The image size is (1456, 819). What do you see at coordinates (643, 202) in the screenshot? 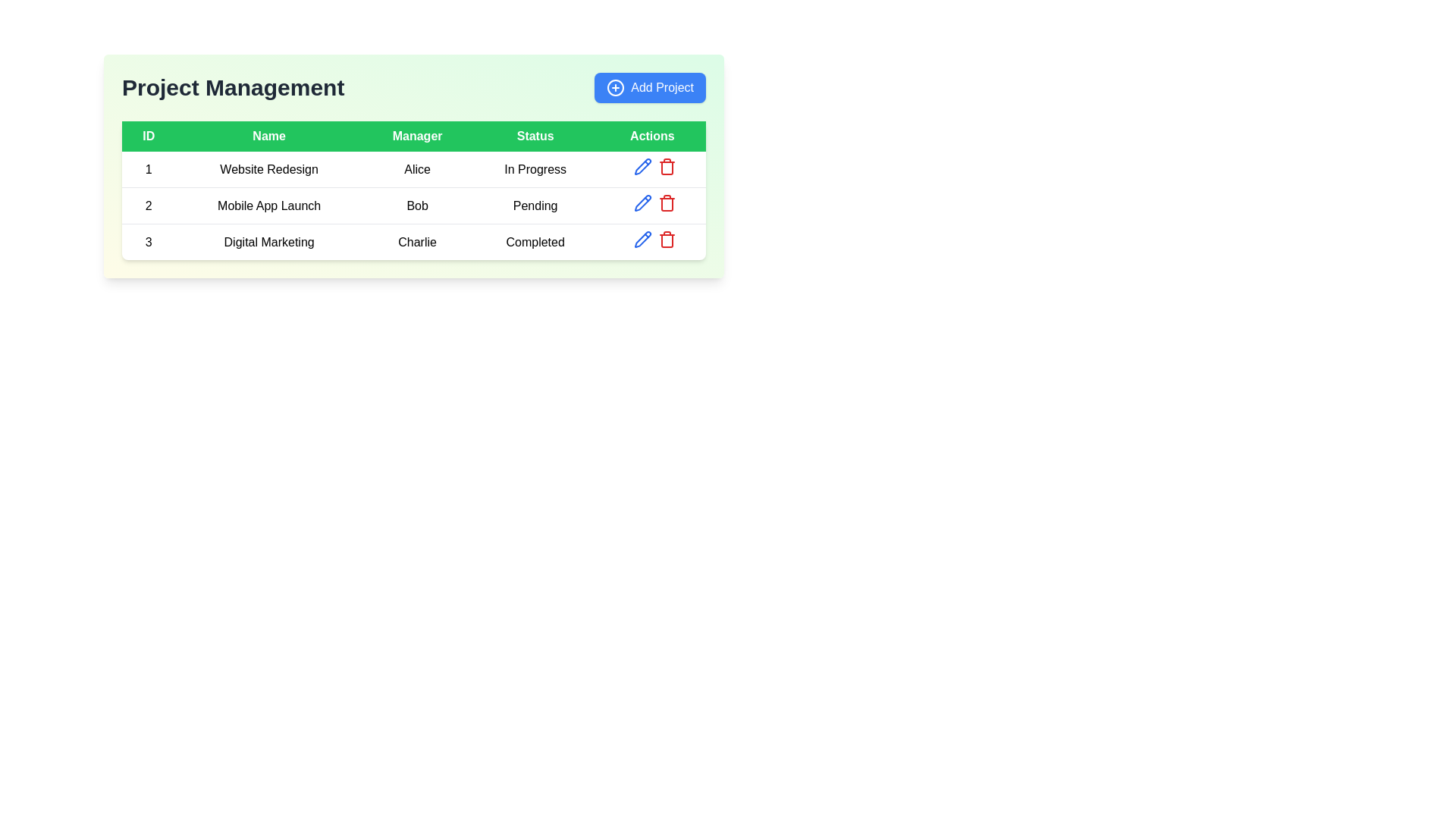
I see `the 'Edit' icon button located in the rightmost cell of the second row of the table in the 'Actions' column` at bounding box center [643, 202].